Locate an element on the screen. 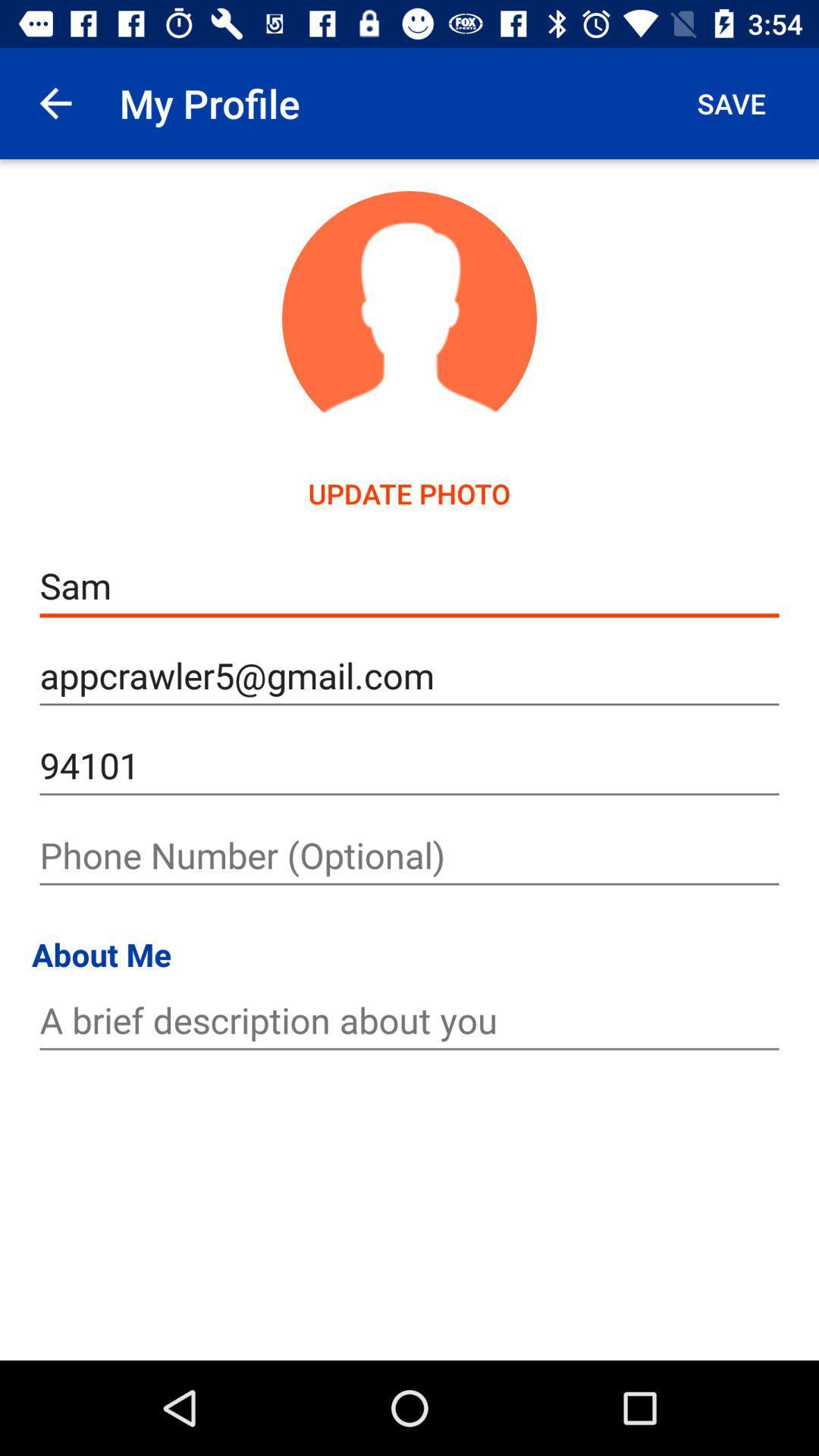  brief self description is located at coordinates (409, 1021).